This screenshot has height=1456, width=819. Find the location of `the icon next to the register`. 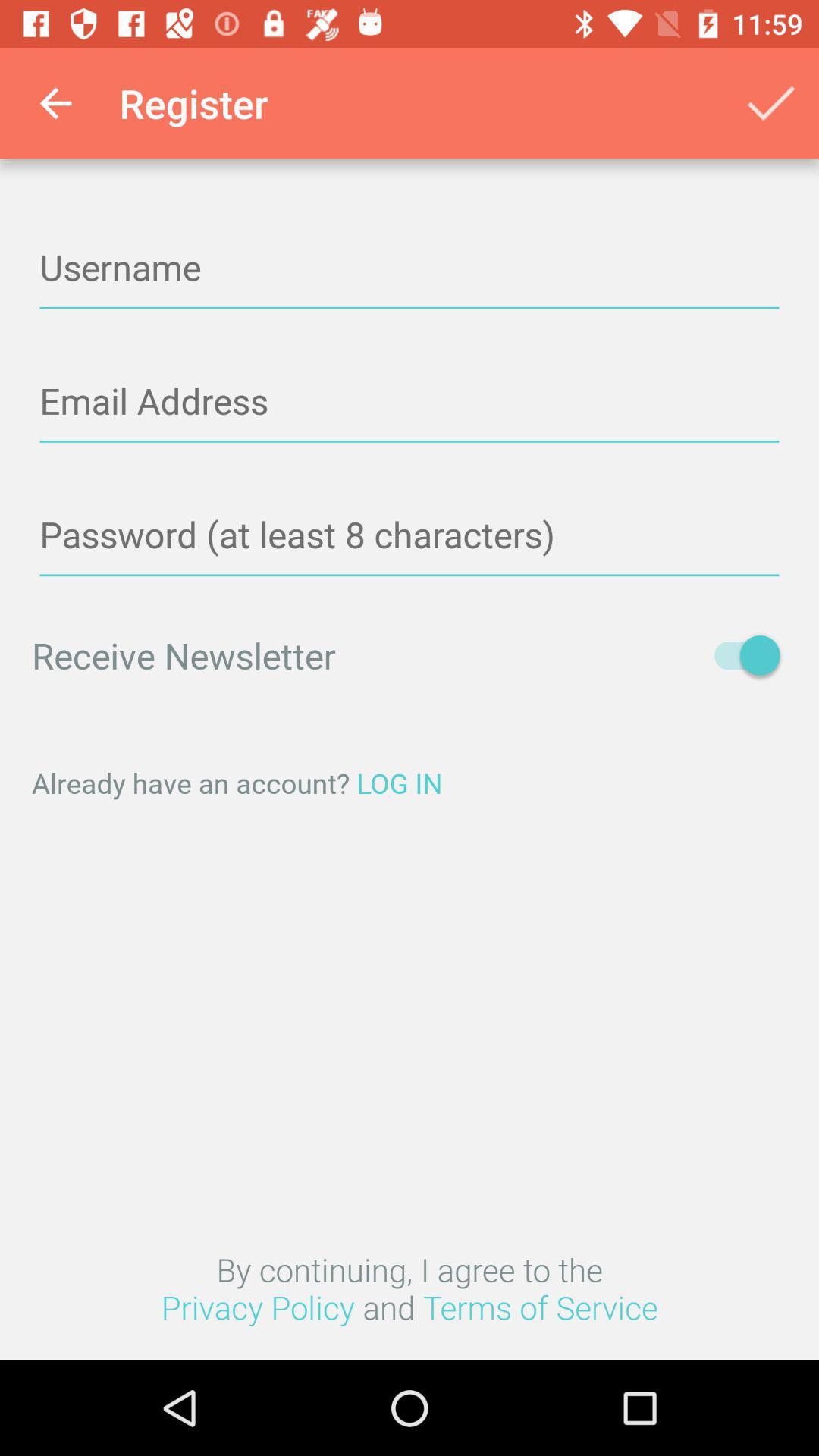

the icon next to the register is located at coordinates (55, 102).